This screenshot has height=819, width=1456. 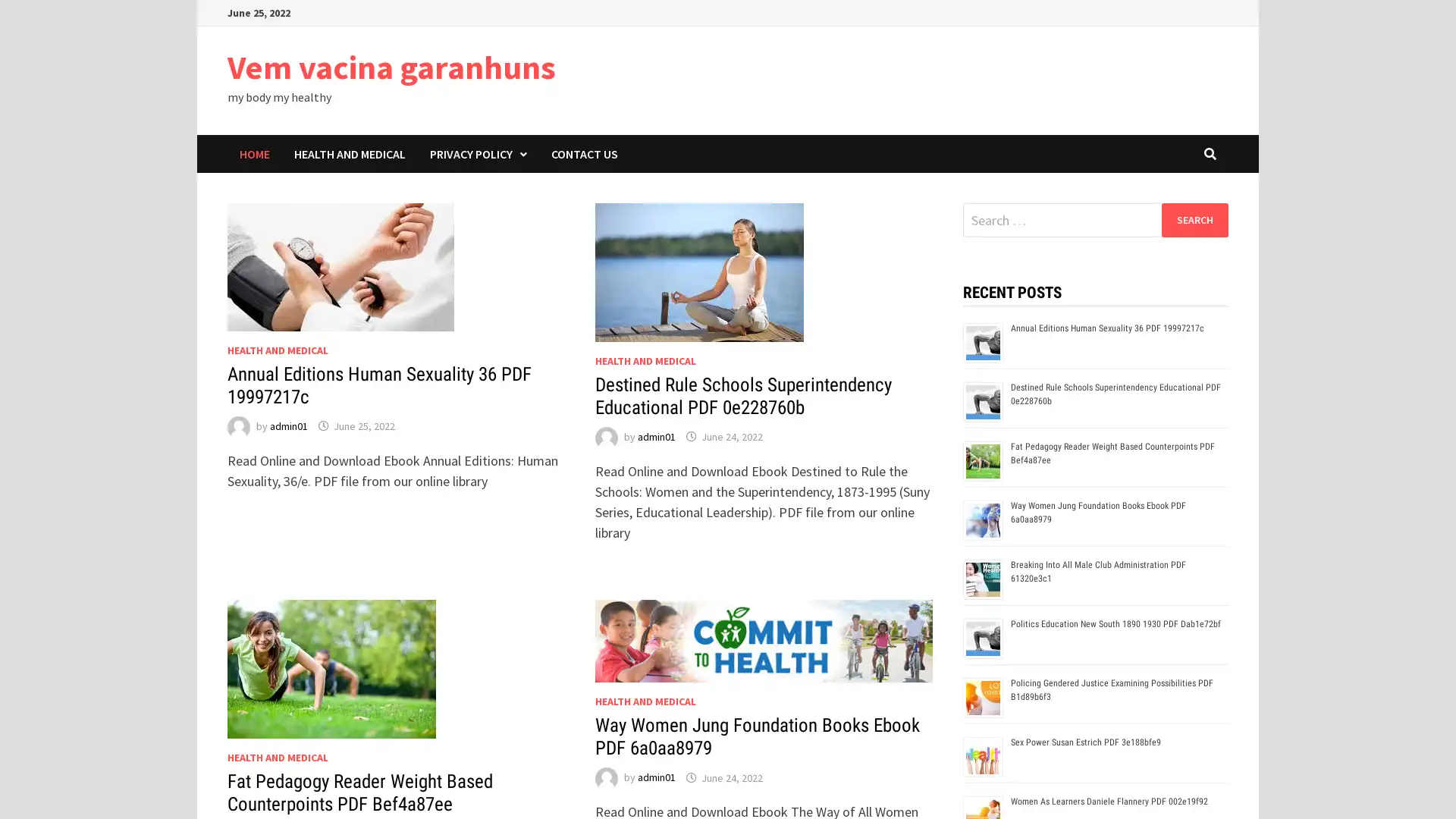 What do you see at coordinates (1194, 219) in the screenshot?
I see `Search` at bounding box center [1194, 219].